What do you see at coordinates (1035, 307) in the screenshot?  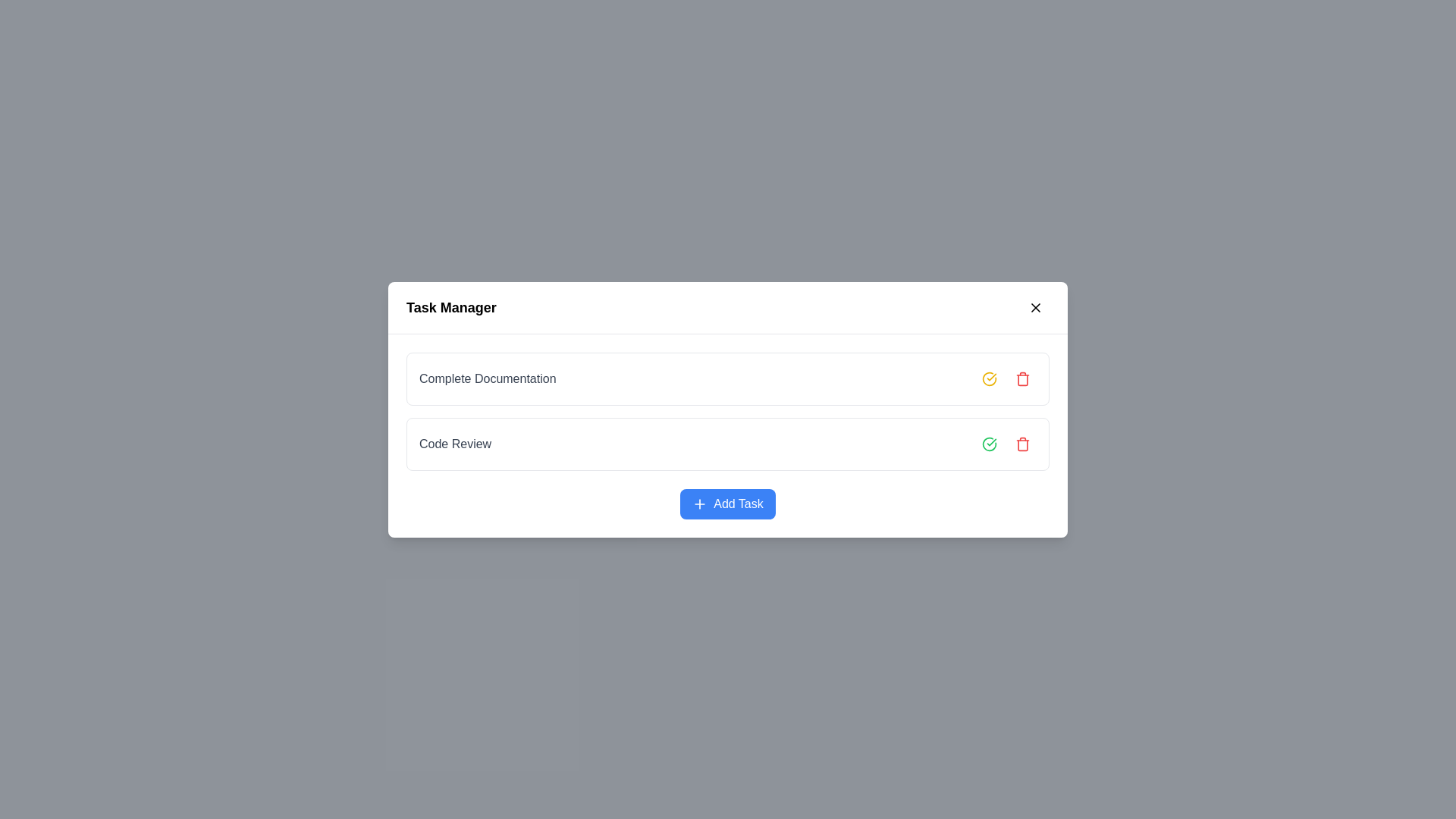 I see `the 'X' icon within the circular button located at the top-right corner of the 'Task Manager' panel` at bounding box center [1035, 307].